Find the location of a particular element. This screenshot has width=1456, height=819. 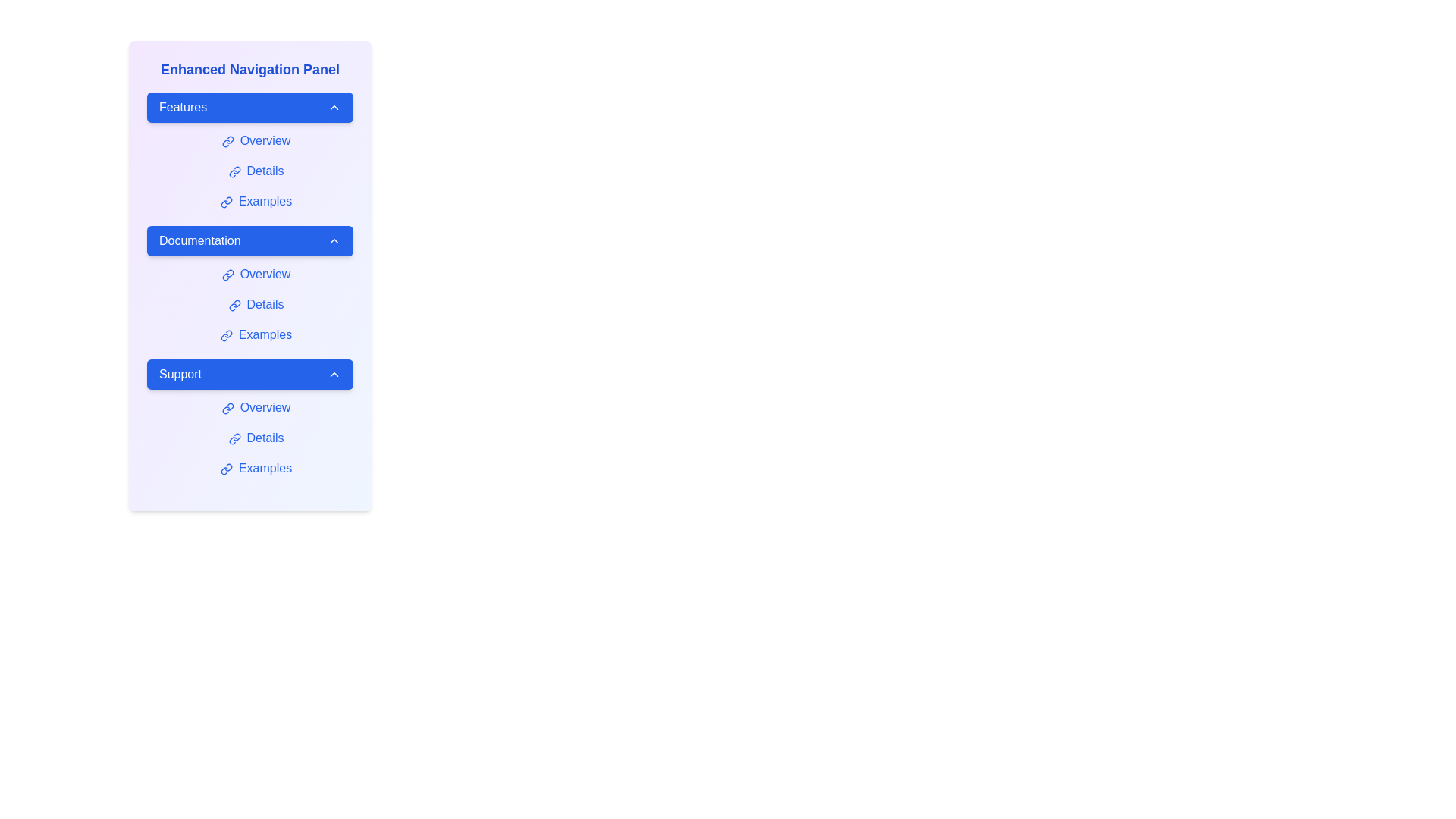

the 'Documentation' text label located within the blue button in the navigation panel, positioned below 'Features' and above 'Support', to interact with the associated section is located at coordinates (199, 240).